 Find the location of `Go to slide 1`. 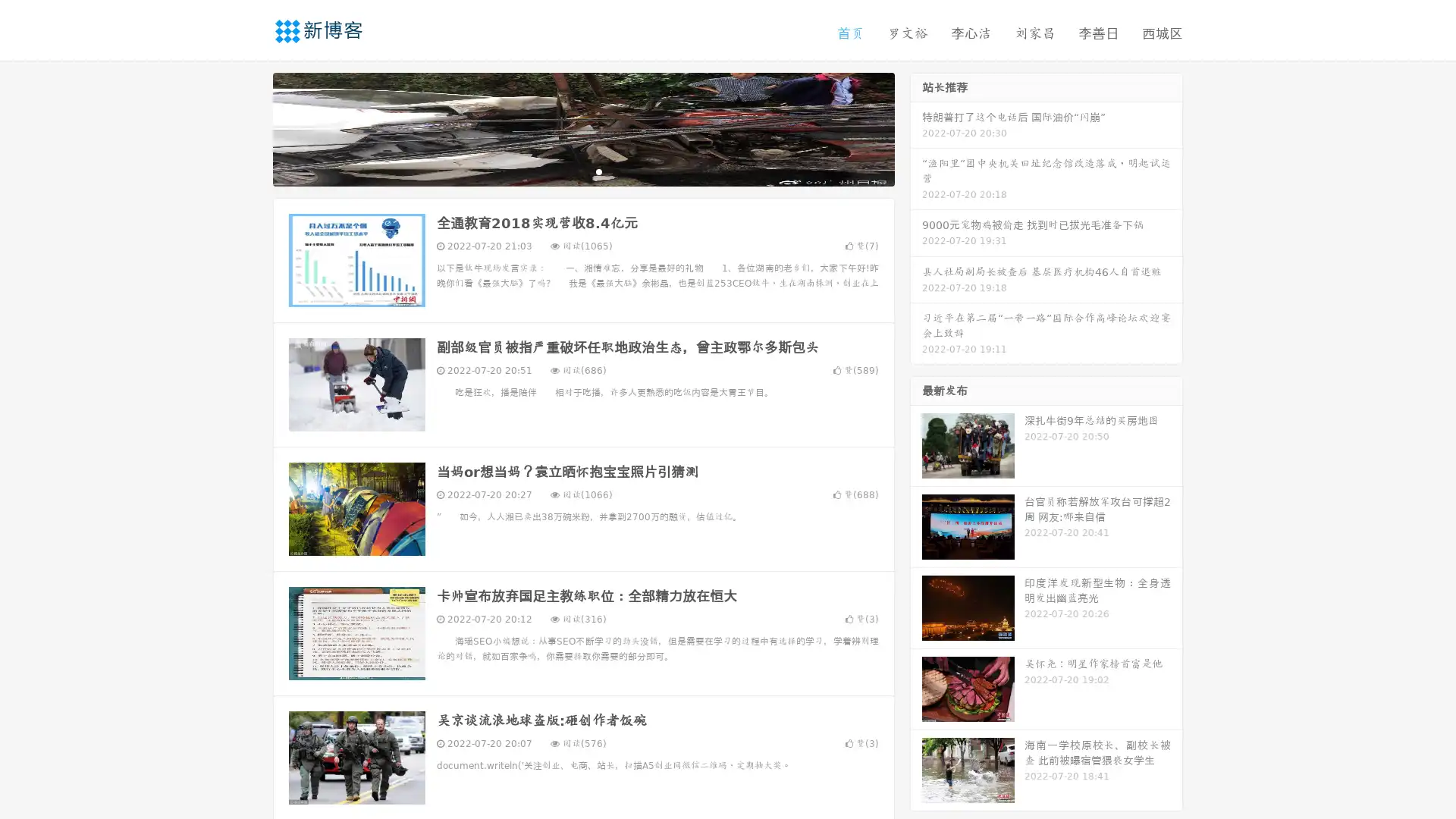

Go to slide 1 is located at coordinates (567, 171).